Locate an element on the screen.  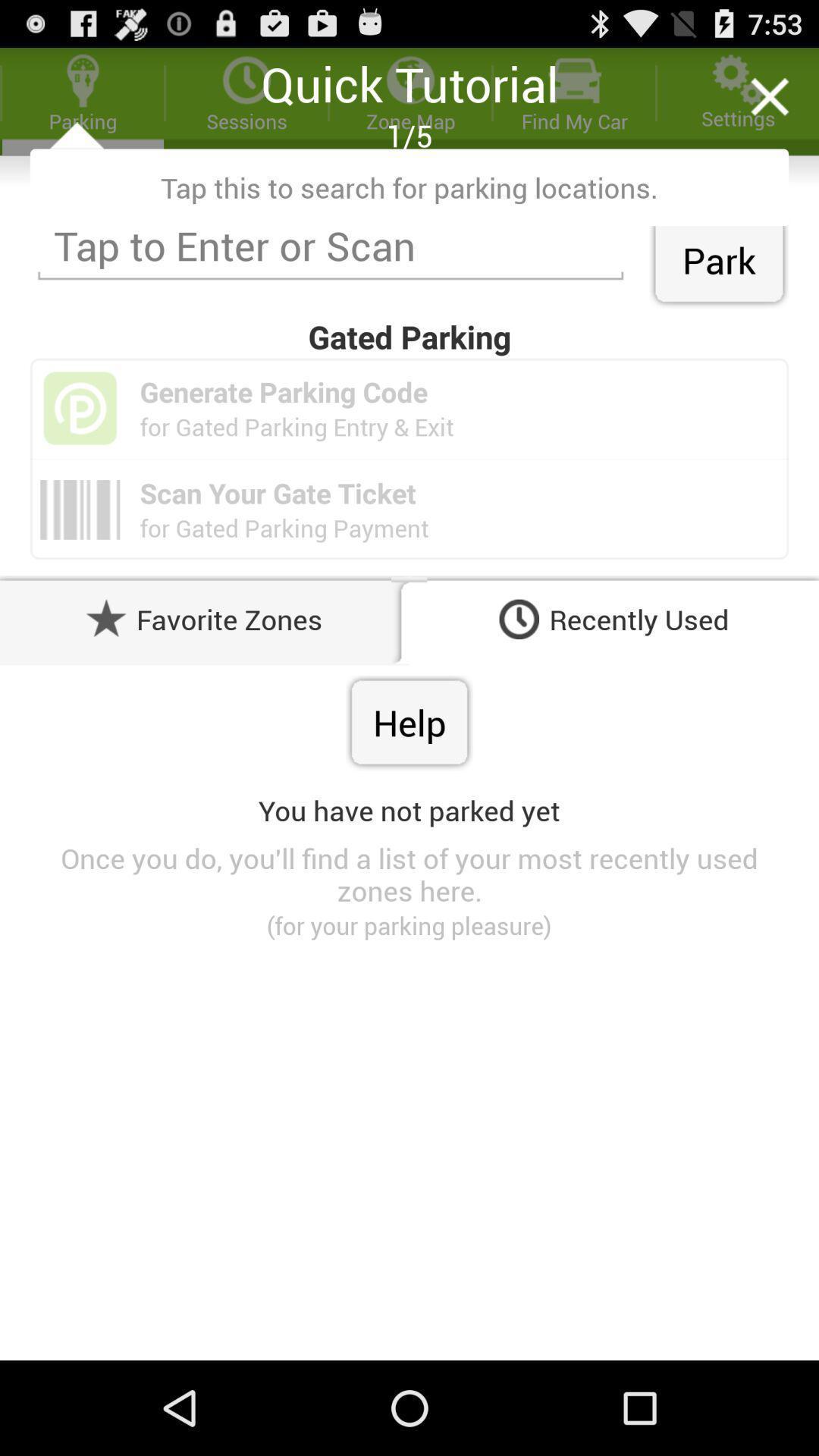
the close icon is located at coordinates (769, 103).